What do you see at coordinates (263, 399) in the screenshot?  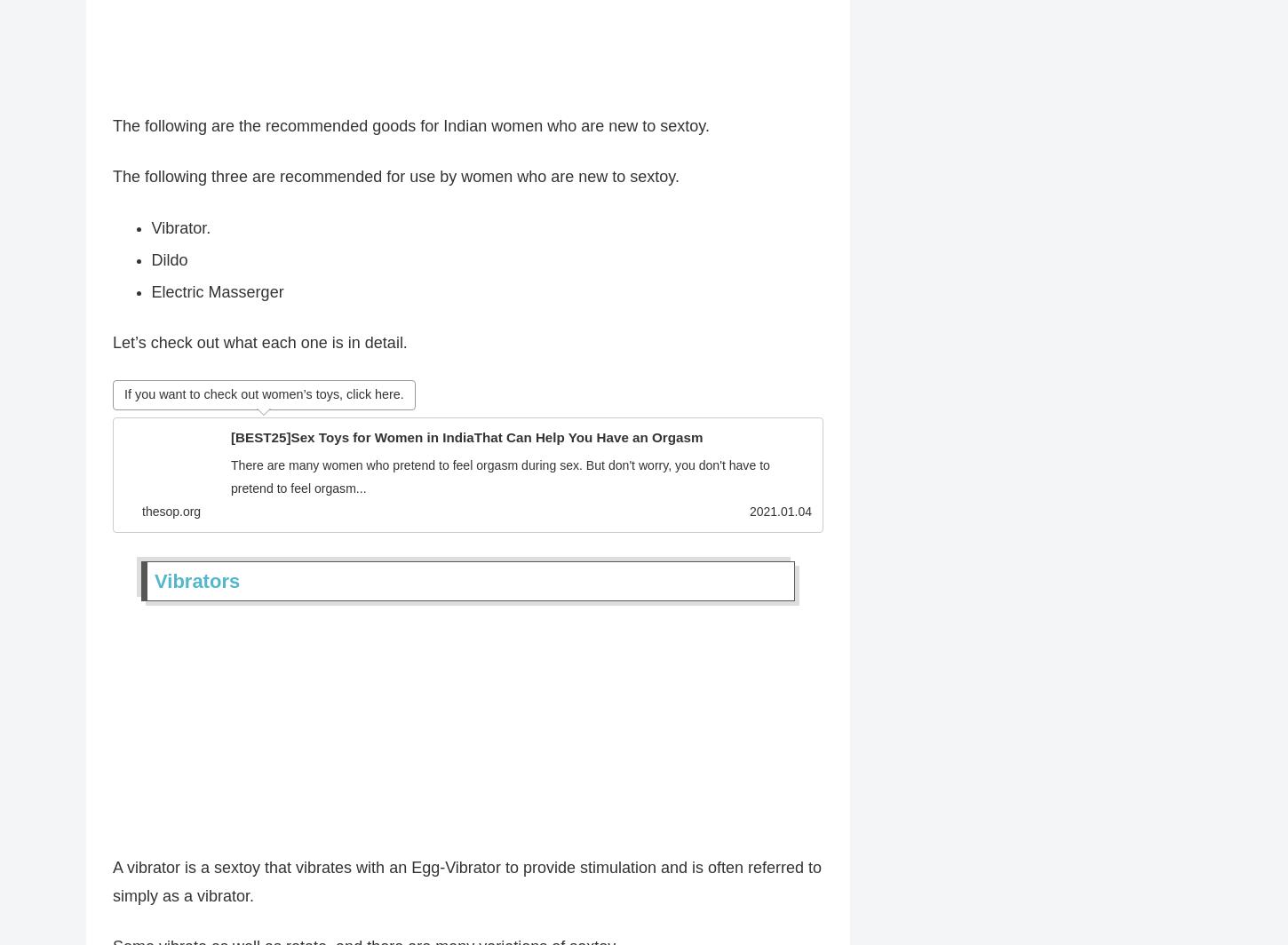 I see `'If you want to check out women’s toys, click here.'` at bounding box center [263, 399].